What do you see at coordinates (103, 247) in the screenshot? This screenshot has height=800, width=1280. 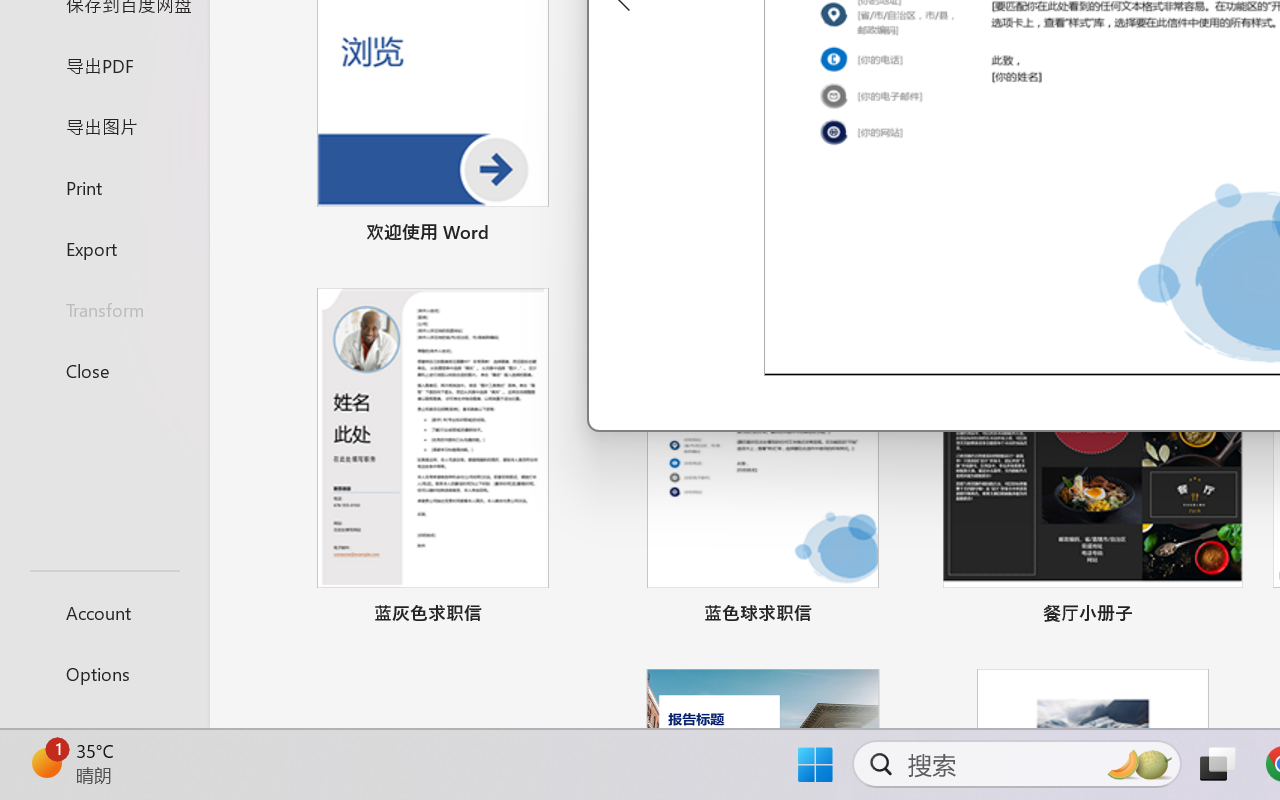 I see `'Export'` at bounding box center [103, 247].